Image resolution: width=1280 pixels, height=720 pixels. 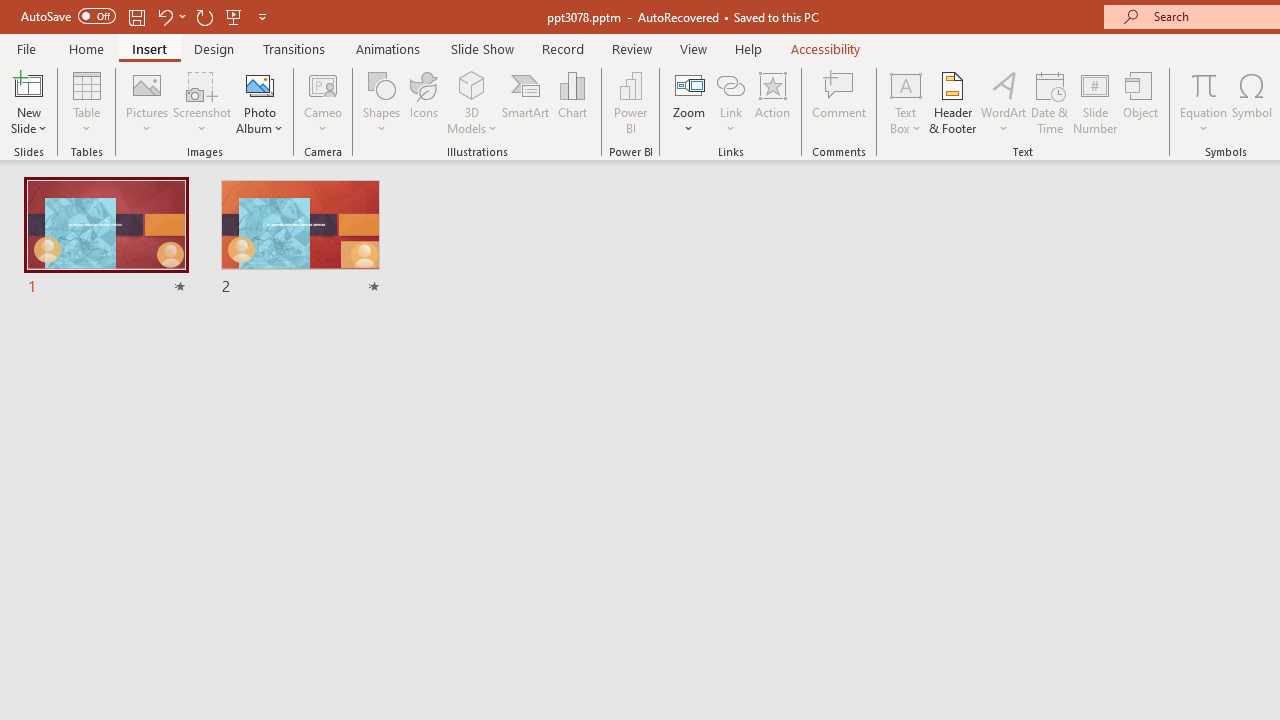 I want to click on 'Slide Number', so click(x=1094, y=103).